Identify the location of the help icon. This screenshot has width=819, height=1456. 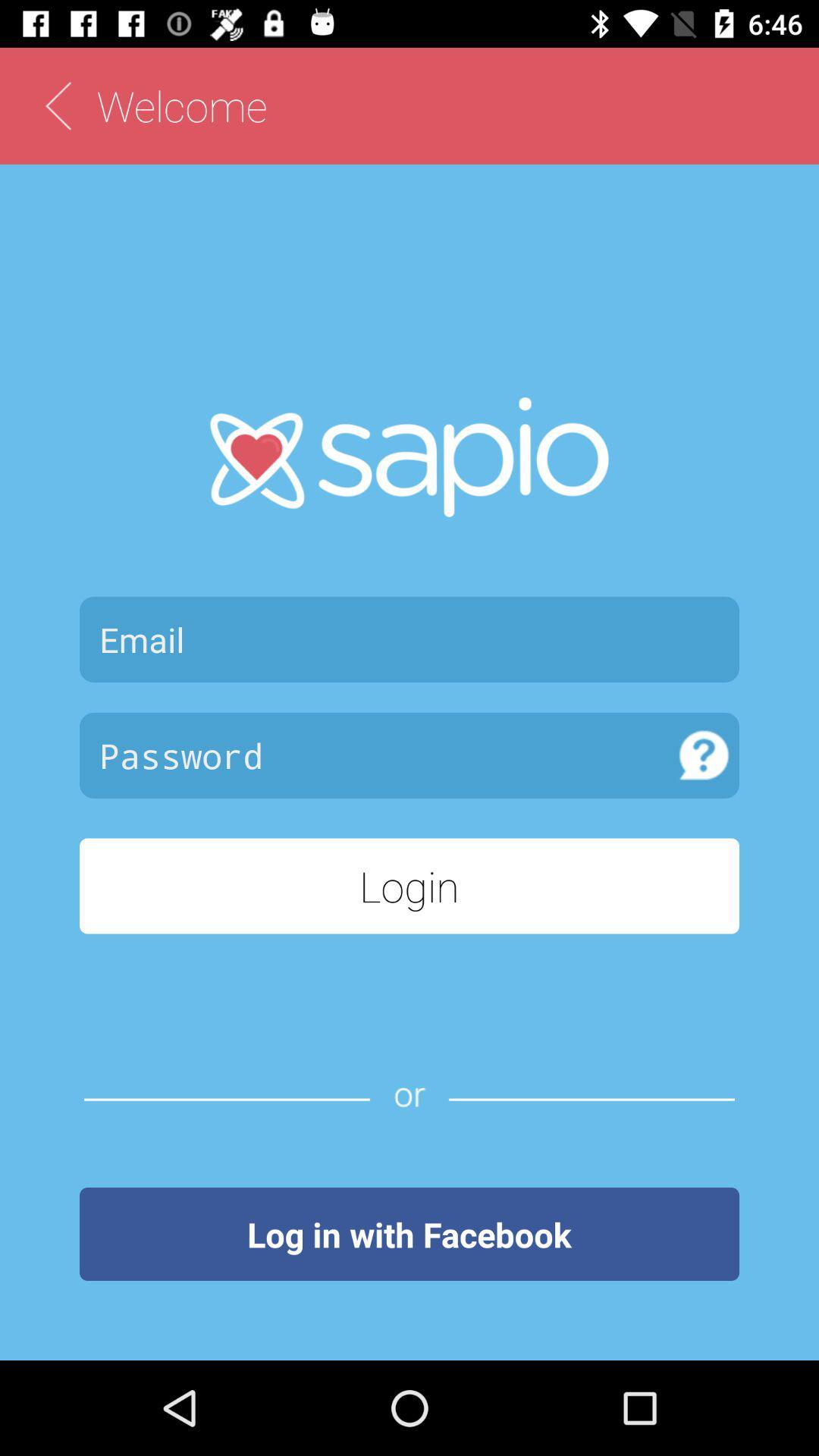
(704, 755).